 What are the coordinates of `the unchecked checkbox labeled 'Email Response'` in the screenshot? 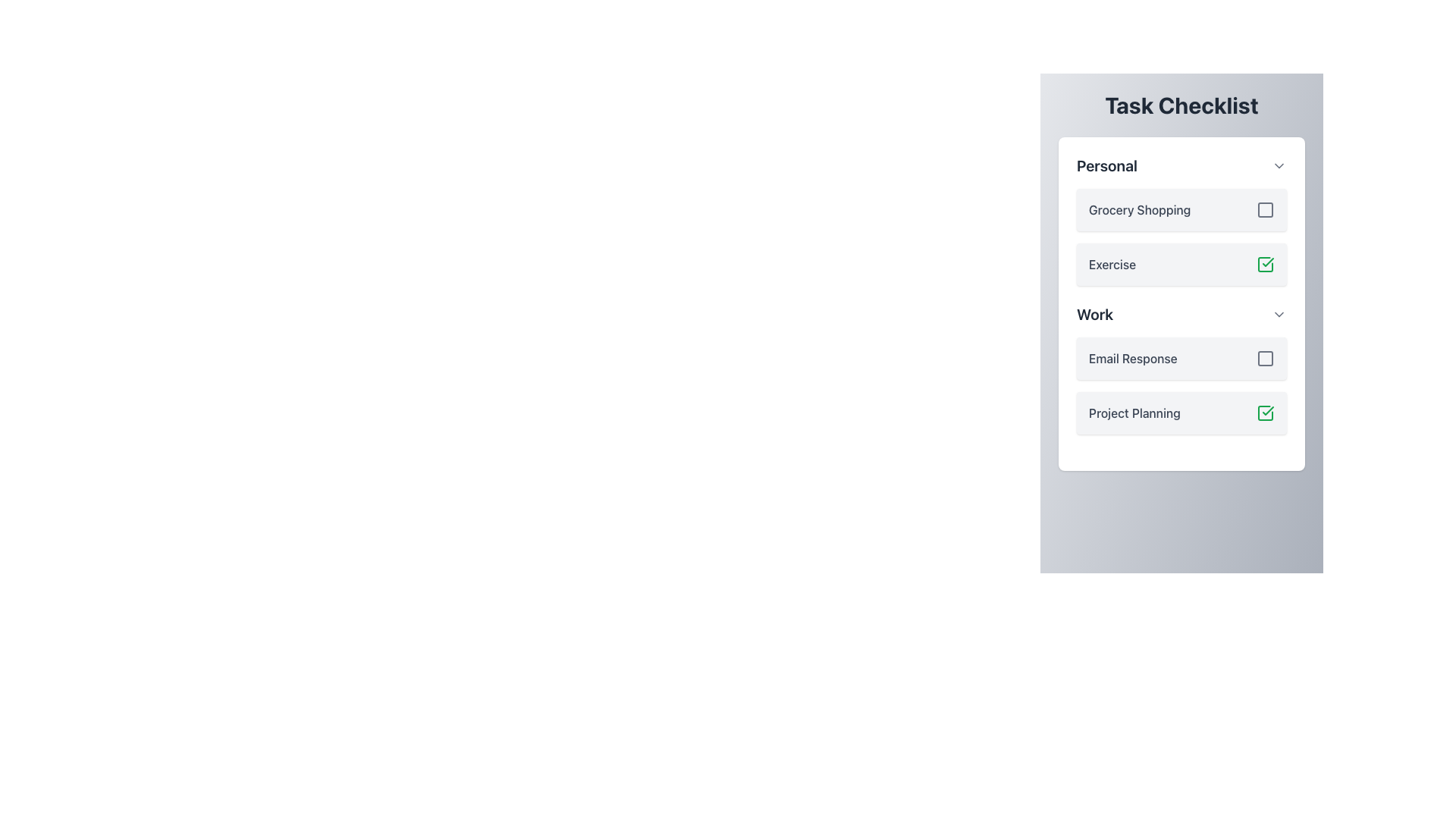 It's located at (1181, 359).